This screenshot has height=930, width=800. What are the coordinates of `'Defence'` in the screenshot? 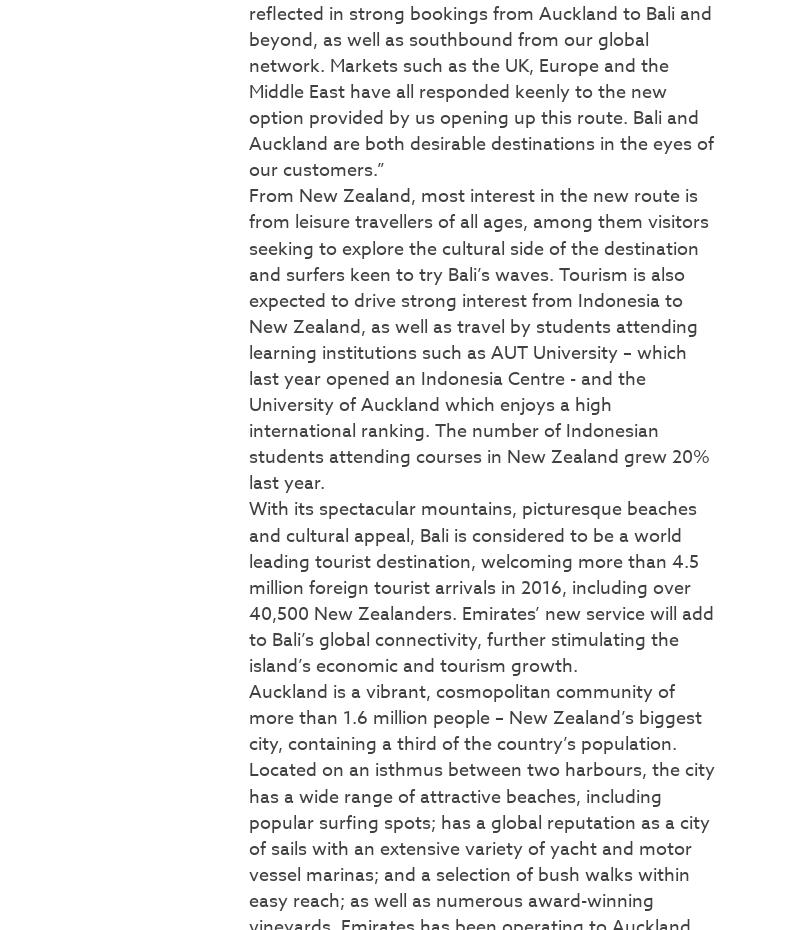 It's located at (42, 207).